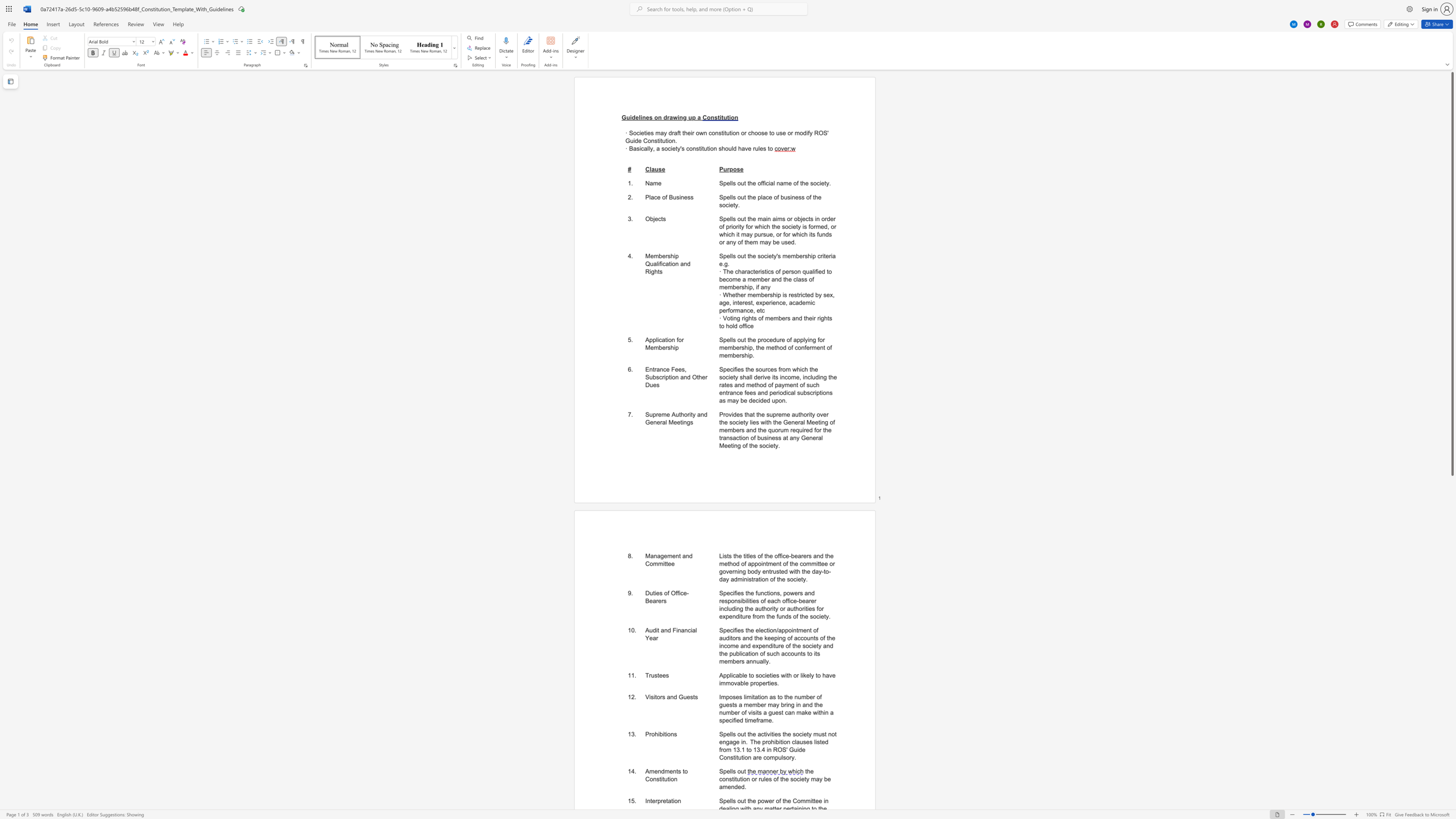  I want to click on the subset text "on or choo" within the text "· Societies may draft their own constitution or choose to use or", so click(733, 132).